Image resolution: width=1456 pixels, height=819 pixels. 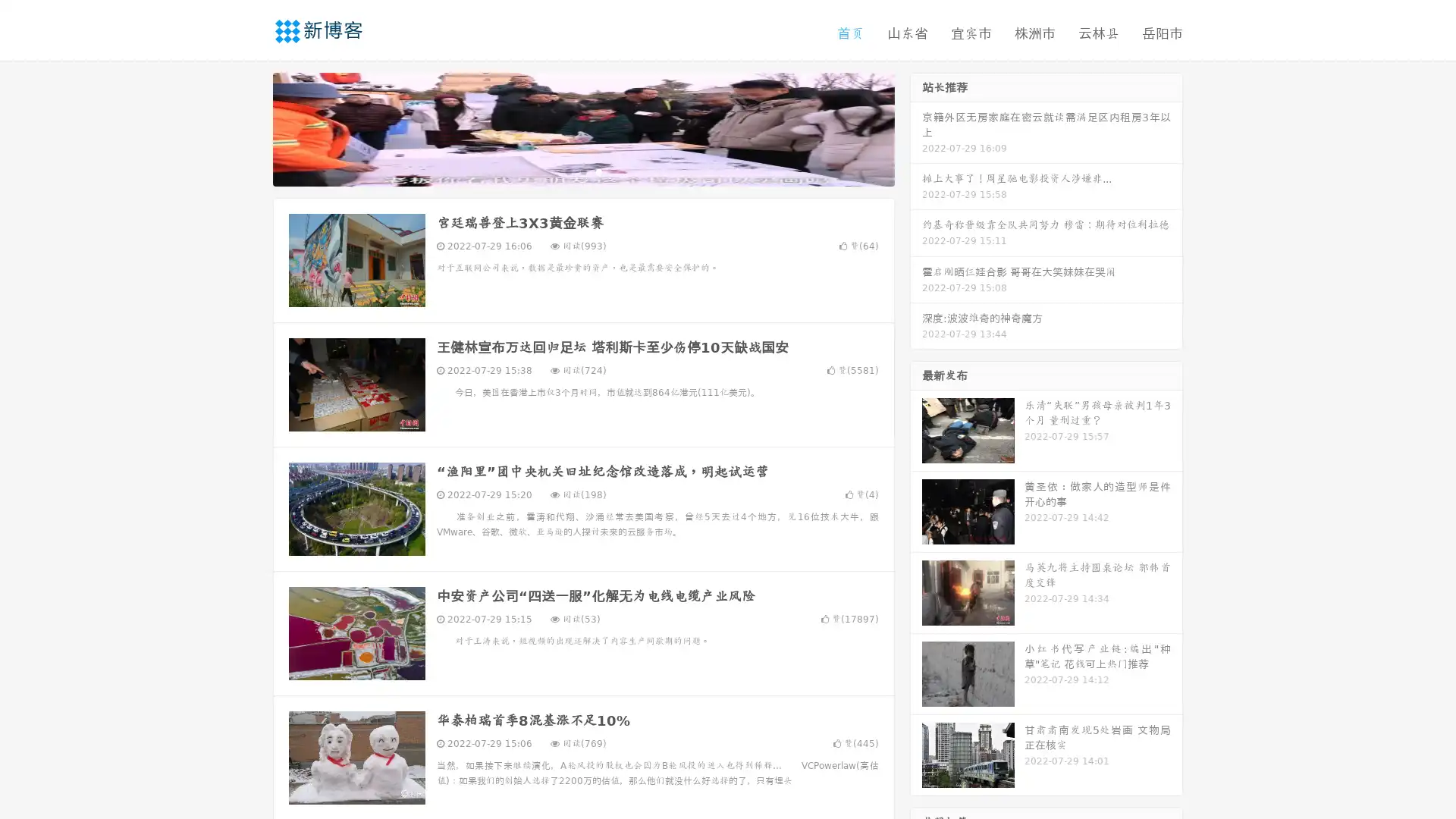 What do you see at coordinates (916, 127) in the screenshot?
I see `Next slide` at bounding box center [916, 127].